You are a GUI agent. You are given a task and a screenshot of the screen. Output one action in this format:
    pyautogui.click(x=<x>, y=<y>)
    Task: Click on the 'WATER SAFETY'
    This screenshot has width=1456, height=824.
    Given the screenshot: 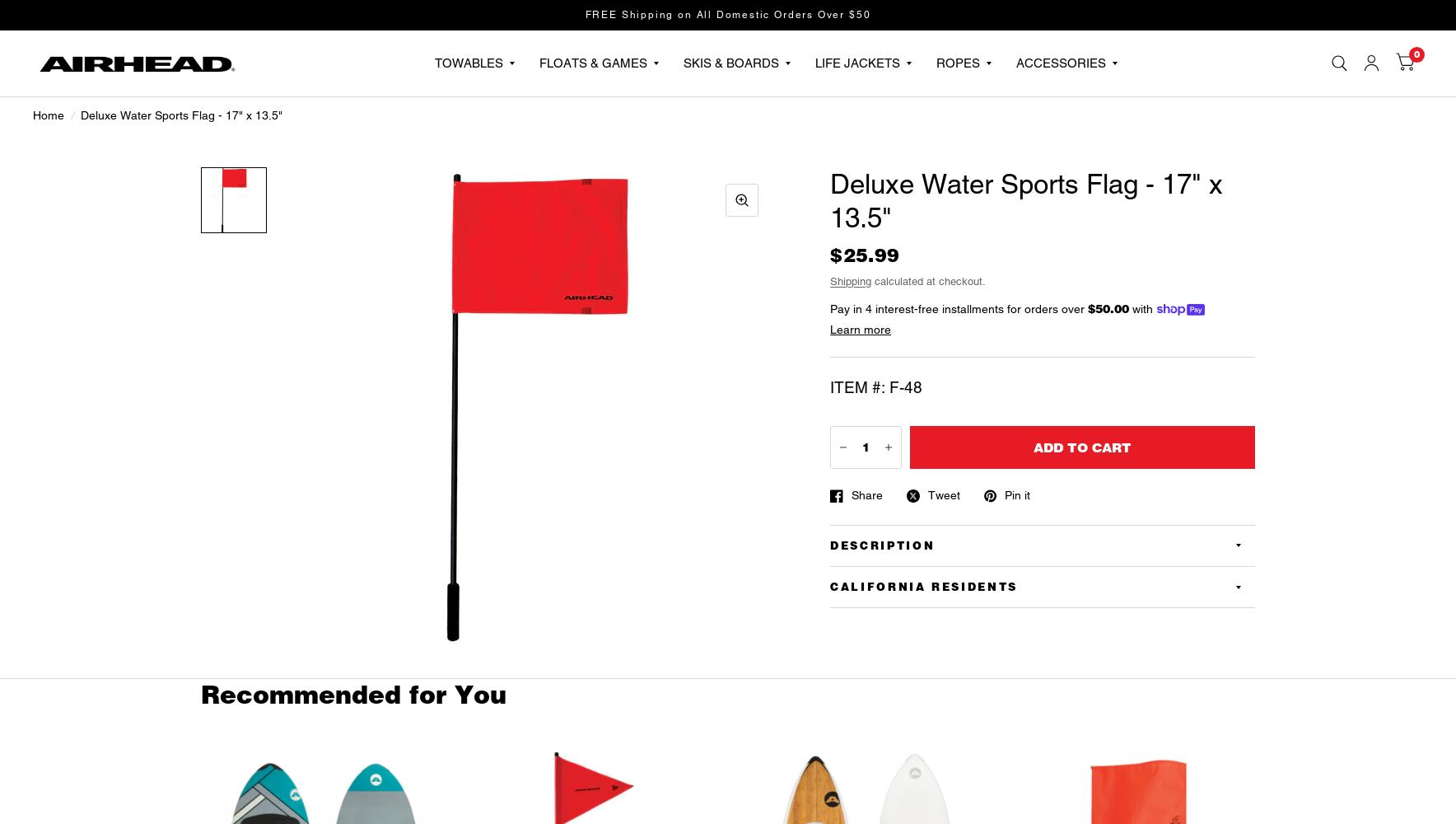 What is the action you would take?
    pyautogui.click(x=1246, y=276)
    